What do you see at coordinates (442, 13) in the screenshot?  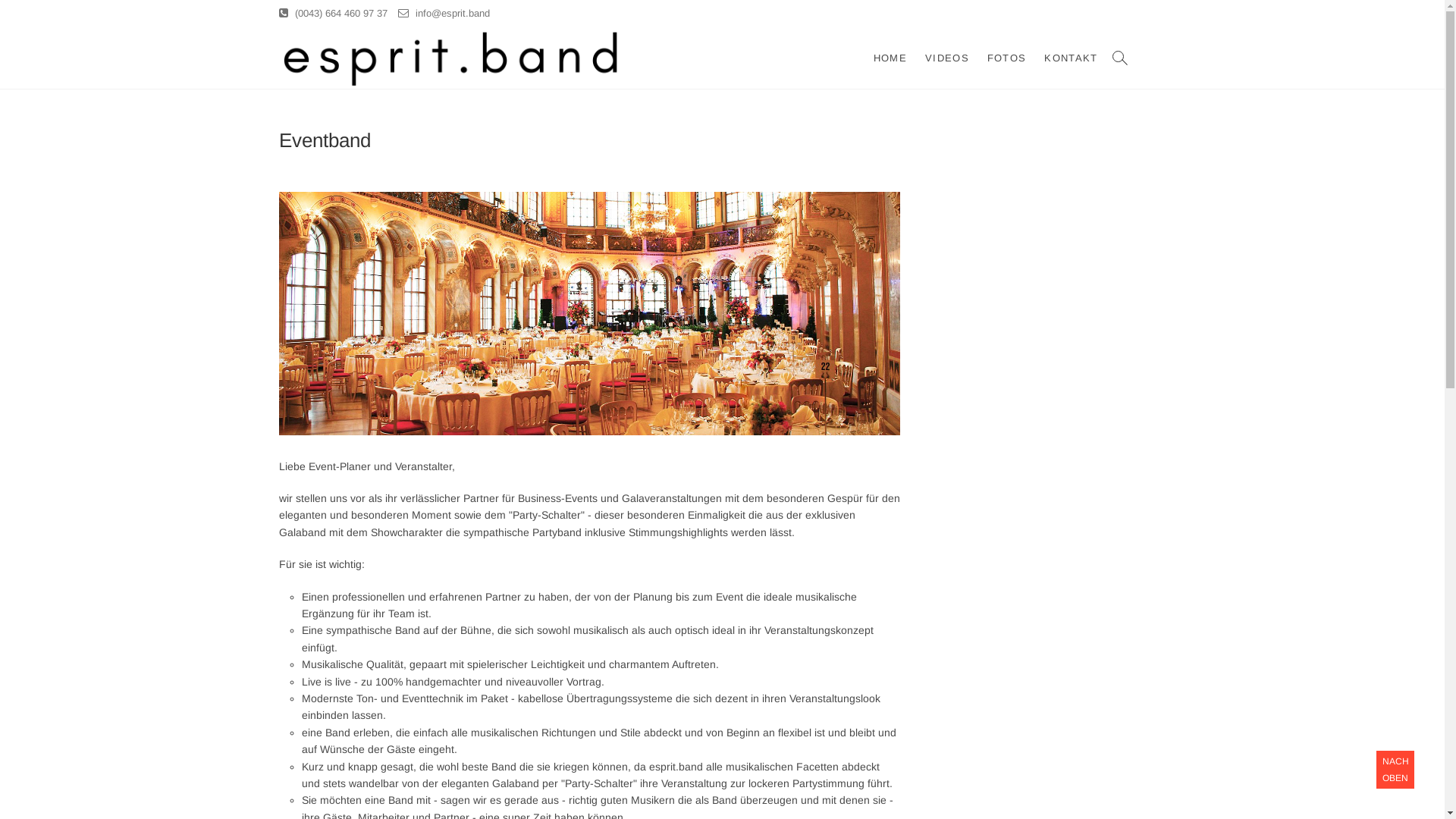 I see `'info@esprit.band'` at bounding box center [442, 13].